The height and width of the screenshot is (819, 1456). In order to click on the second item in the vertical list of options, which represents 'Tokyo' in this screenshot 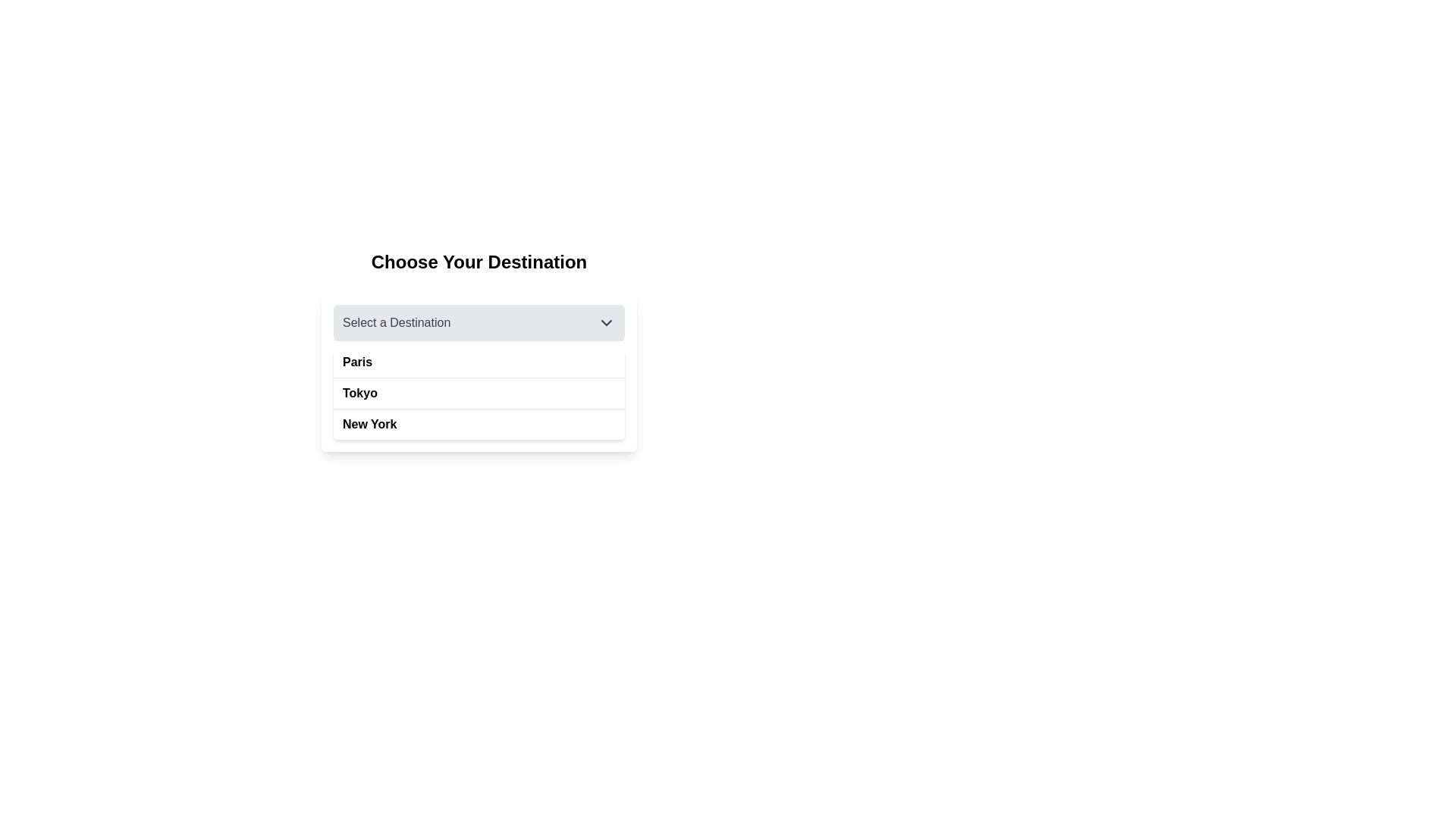, I will do `click(479, 393)`.